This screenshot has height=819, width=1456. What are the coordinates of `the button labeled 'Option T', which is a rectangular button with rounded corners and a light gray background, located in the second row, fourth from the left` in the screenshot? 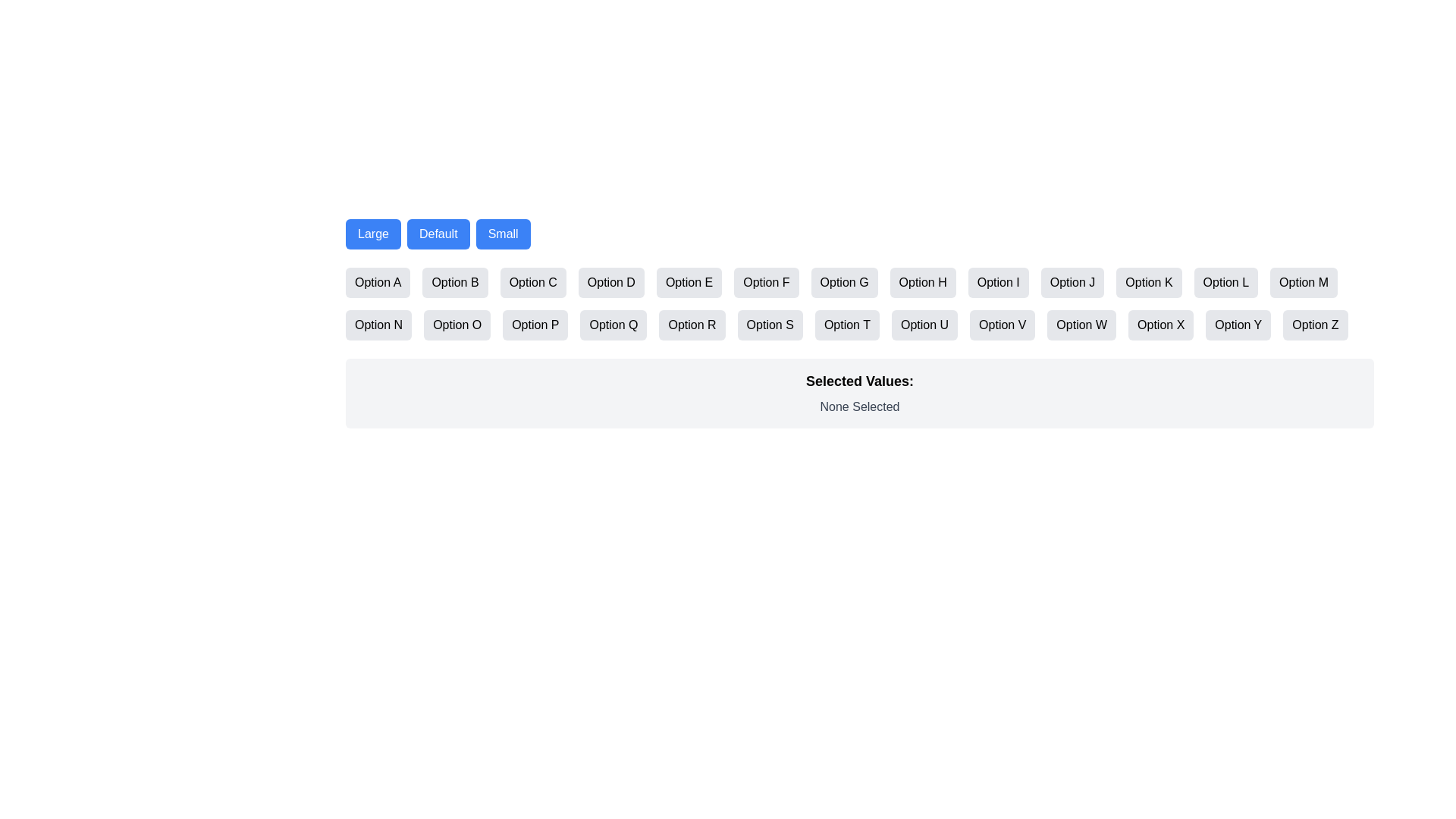 It's located at (846, 324).